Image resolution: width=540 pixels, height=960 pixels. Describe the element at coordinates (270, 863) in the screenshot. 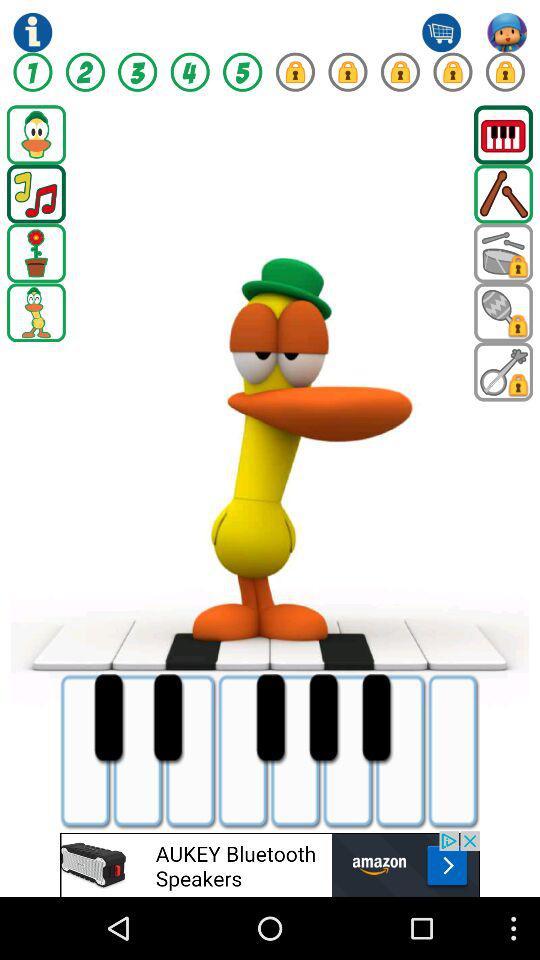

I see `emoji` at that location.